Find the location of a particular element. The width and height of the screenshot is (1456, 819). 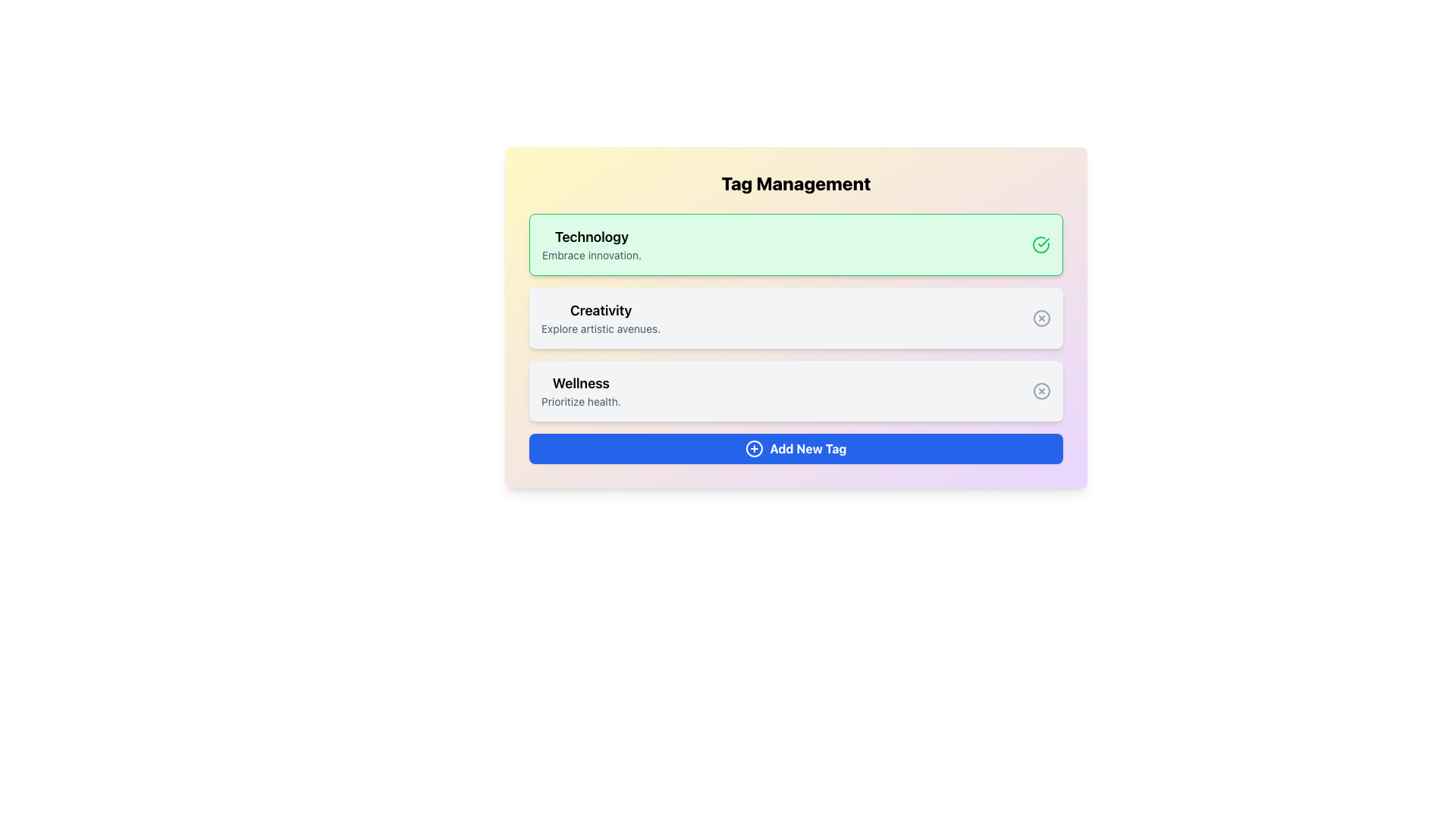

the static text label that serves as a title and subtitle, which displays 'Wellness' as a bold title and 'Prioritize health.' as a smaller gray subtitle, located in the third card of a vertical list of cards is located at coordinates (580, 391).